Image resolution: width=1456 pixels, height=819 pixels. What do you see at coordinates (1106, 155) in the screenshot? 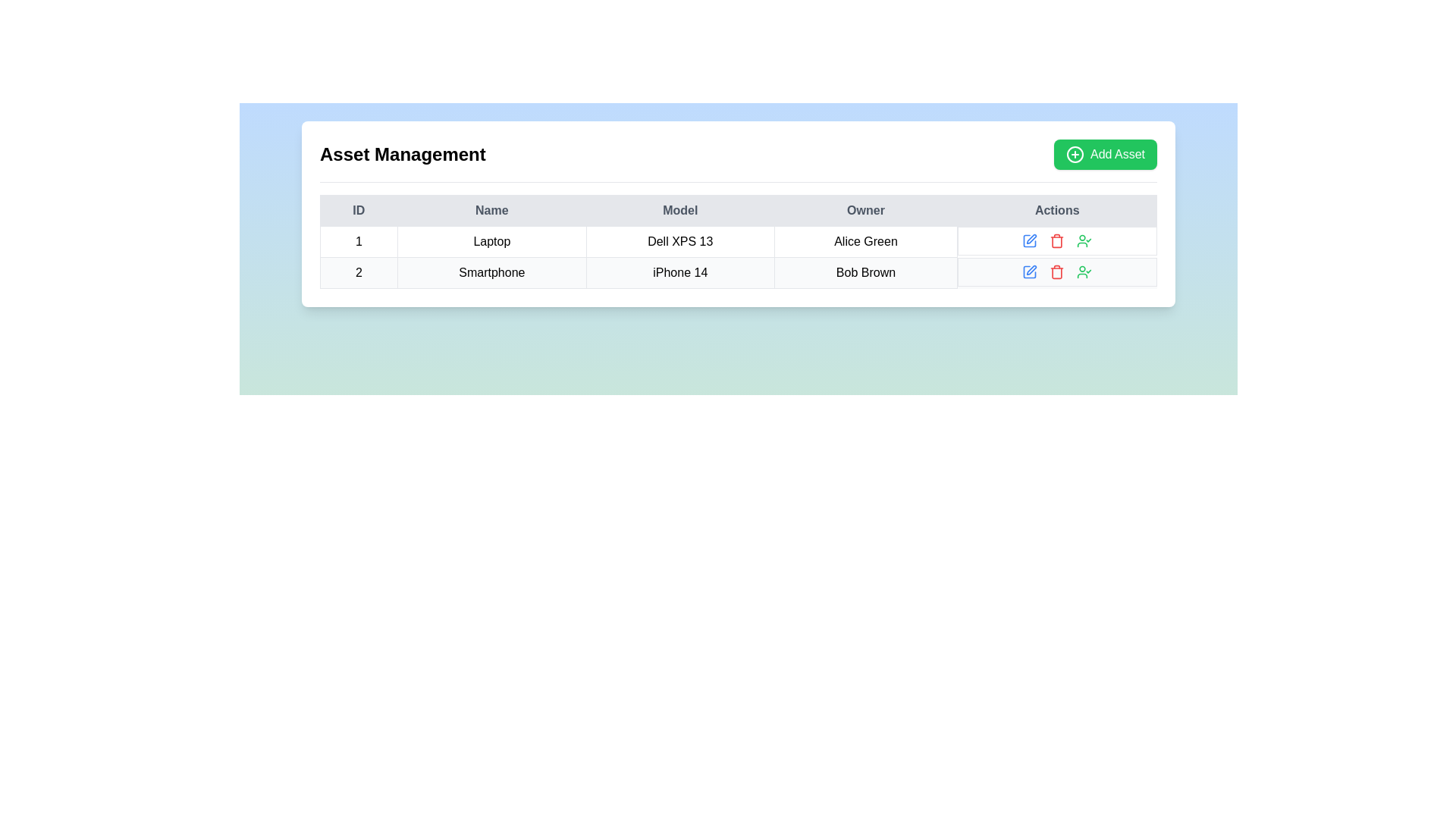
I see `the green 'Add Asset' button with rounded corners and a plus icon to trigger visual feedback` at bounding box center [1106, 155].